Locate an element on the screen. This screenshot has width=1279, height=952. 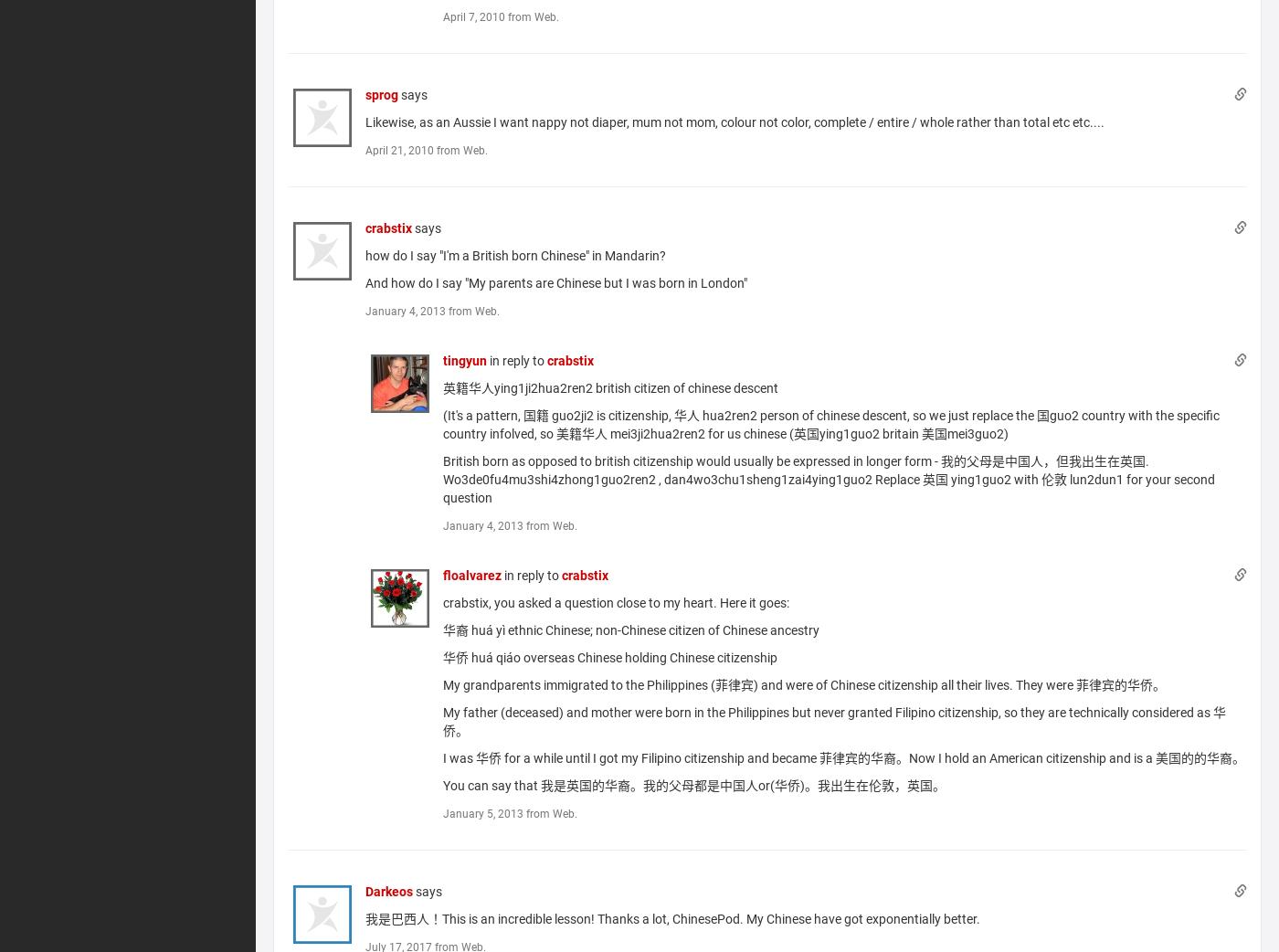
'My father (deceased) and mother were born in the Philippines but never granted Filipino citizenship, so they are technically considered as 华侨。' is located at coordinates (834, 722).